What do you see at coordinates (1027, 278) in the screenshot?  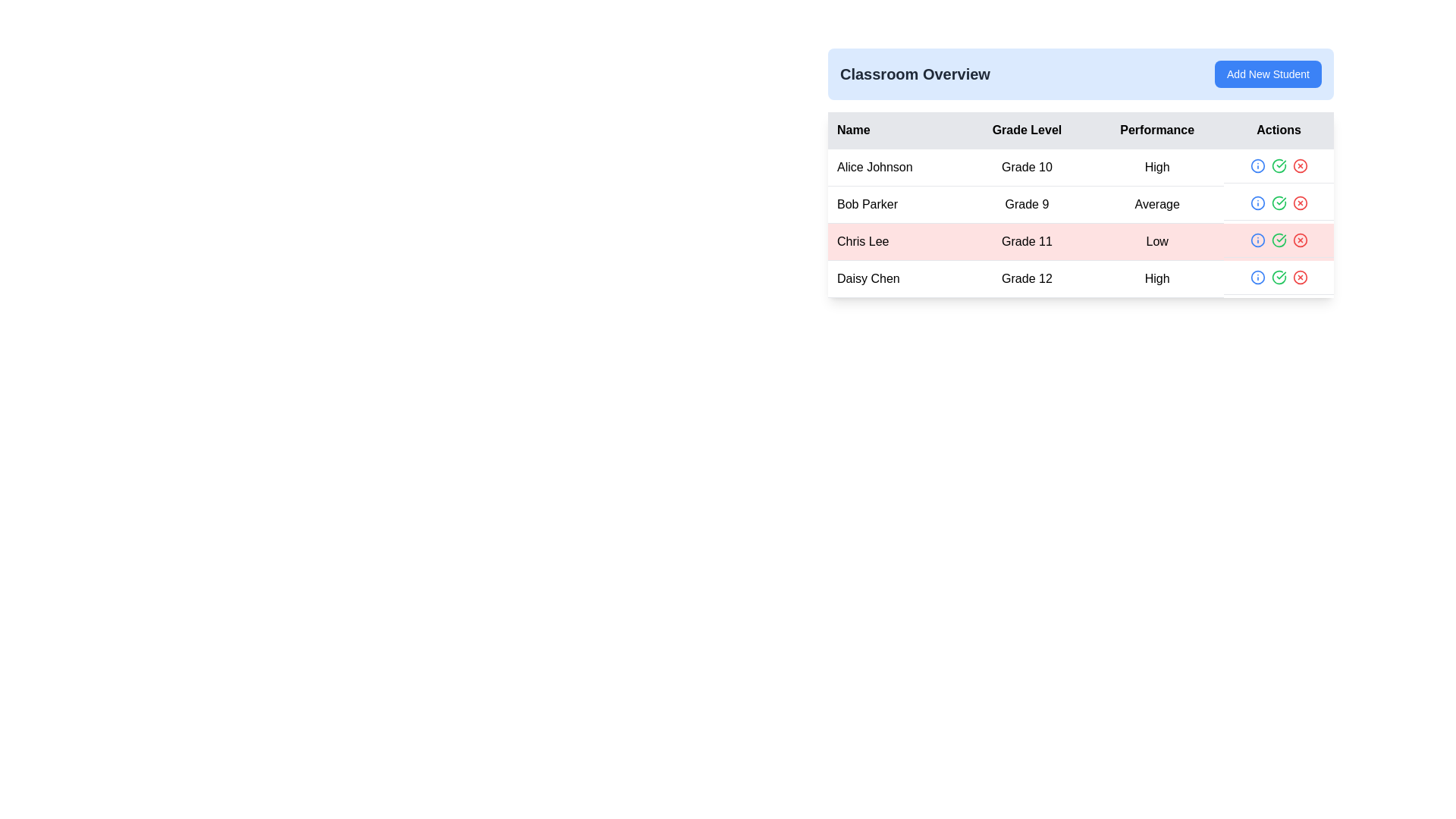 I see `the second cell in the row for 'Daisy Chen' that displays her grade level in the table, located under the 'Grade Level' column` at bounding box center [1027, 278].